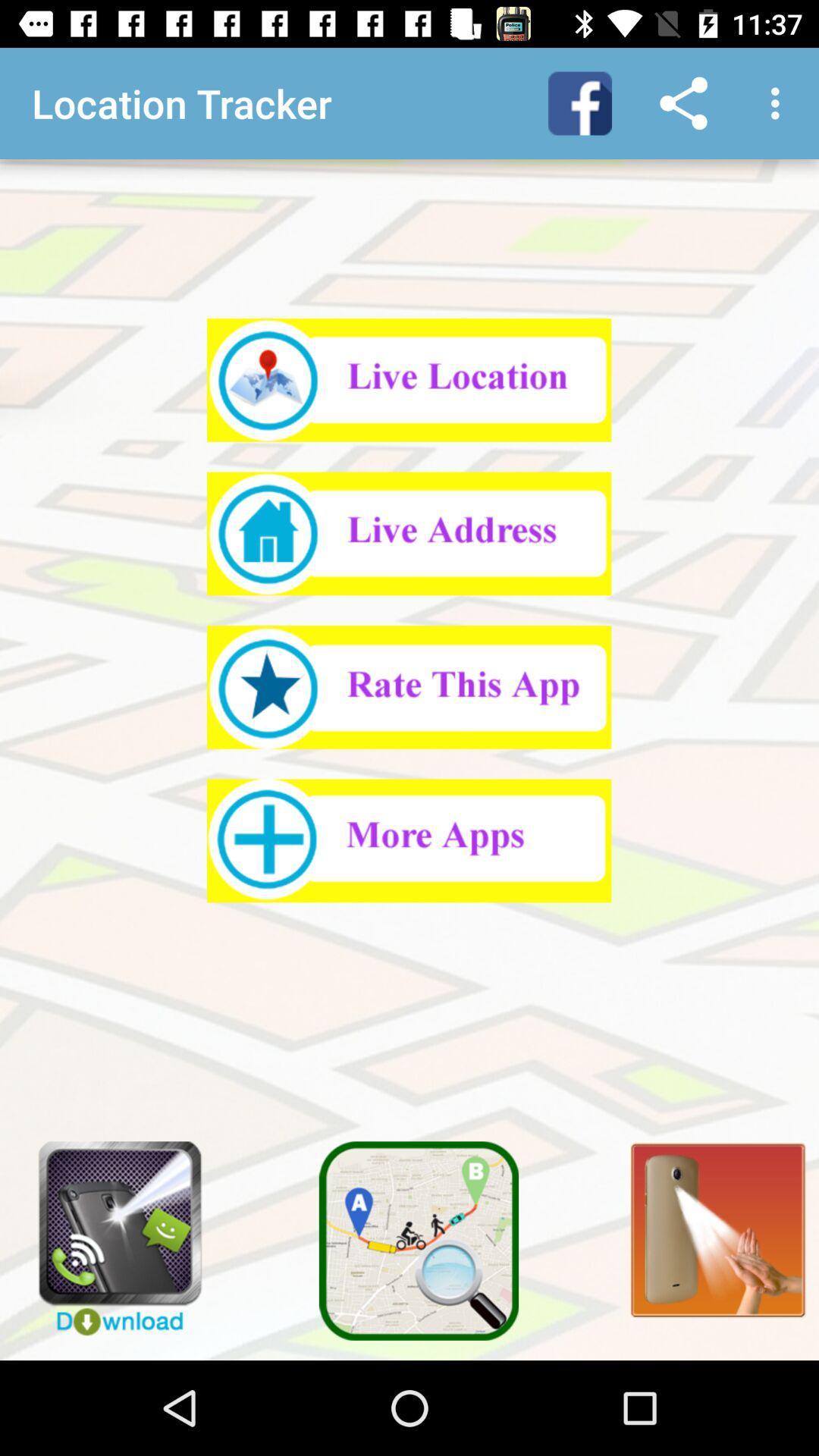  I want to click on activate the flash button, so click(709, 1221).